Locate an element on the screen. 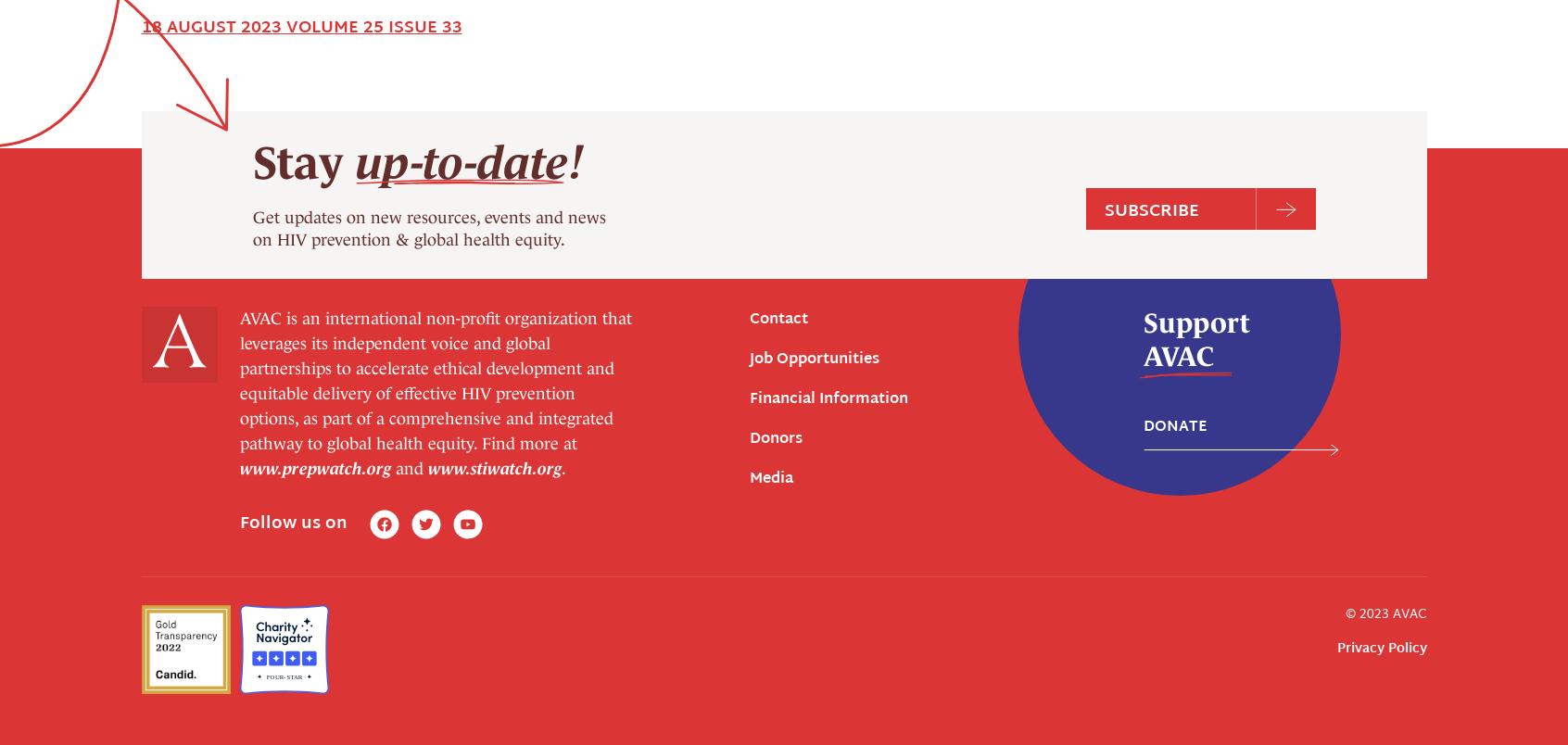  '© 2023 AVAC' is located at coordinates (1385, 280).